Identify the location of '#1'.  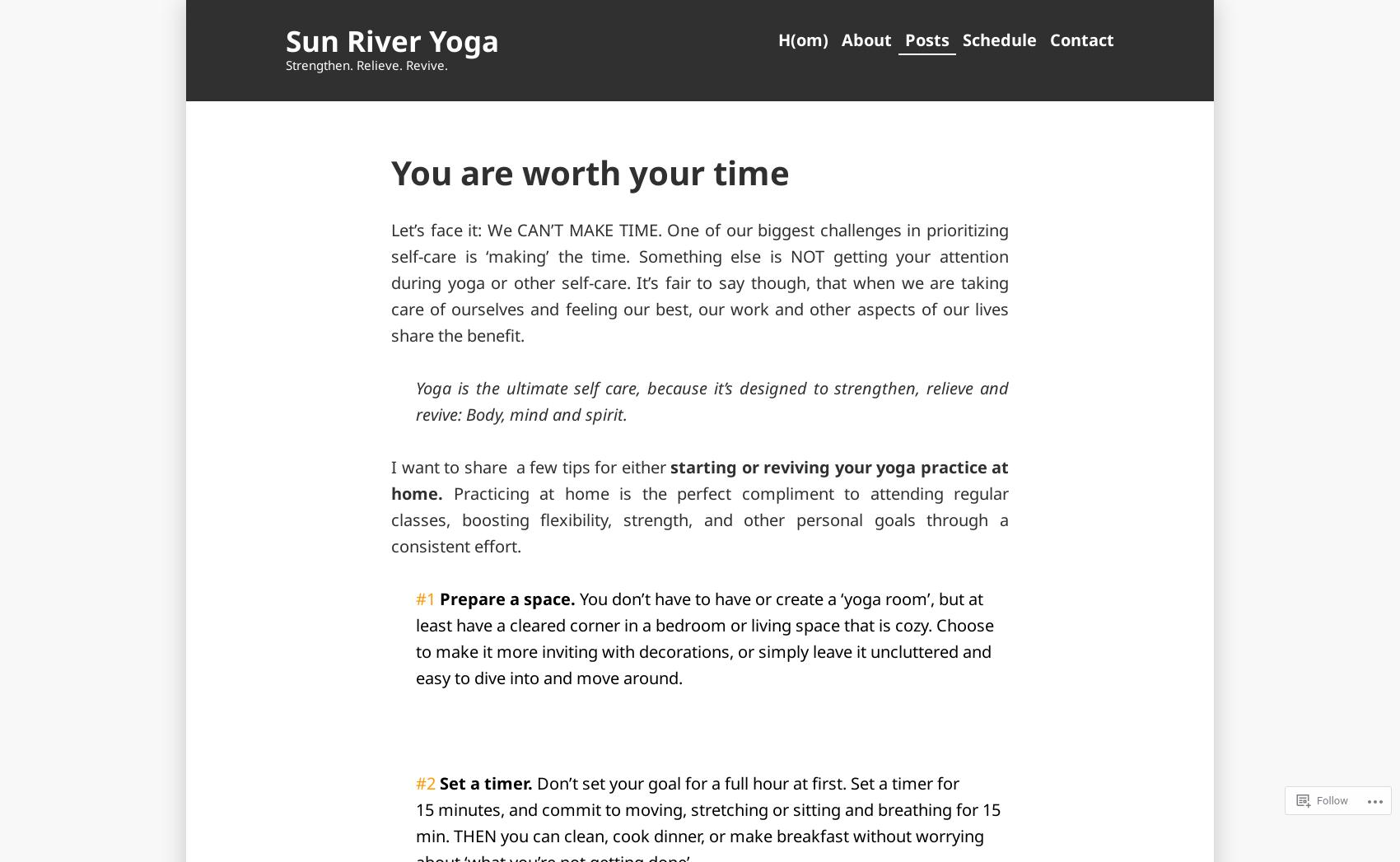
(427, 599).